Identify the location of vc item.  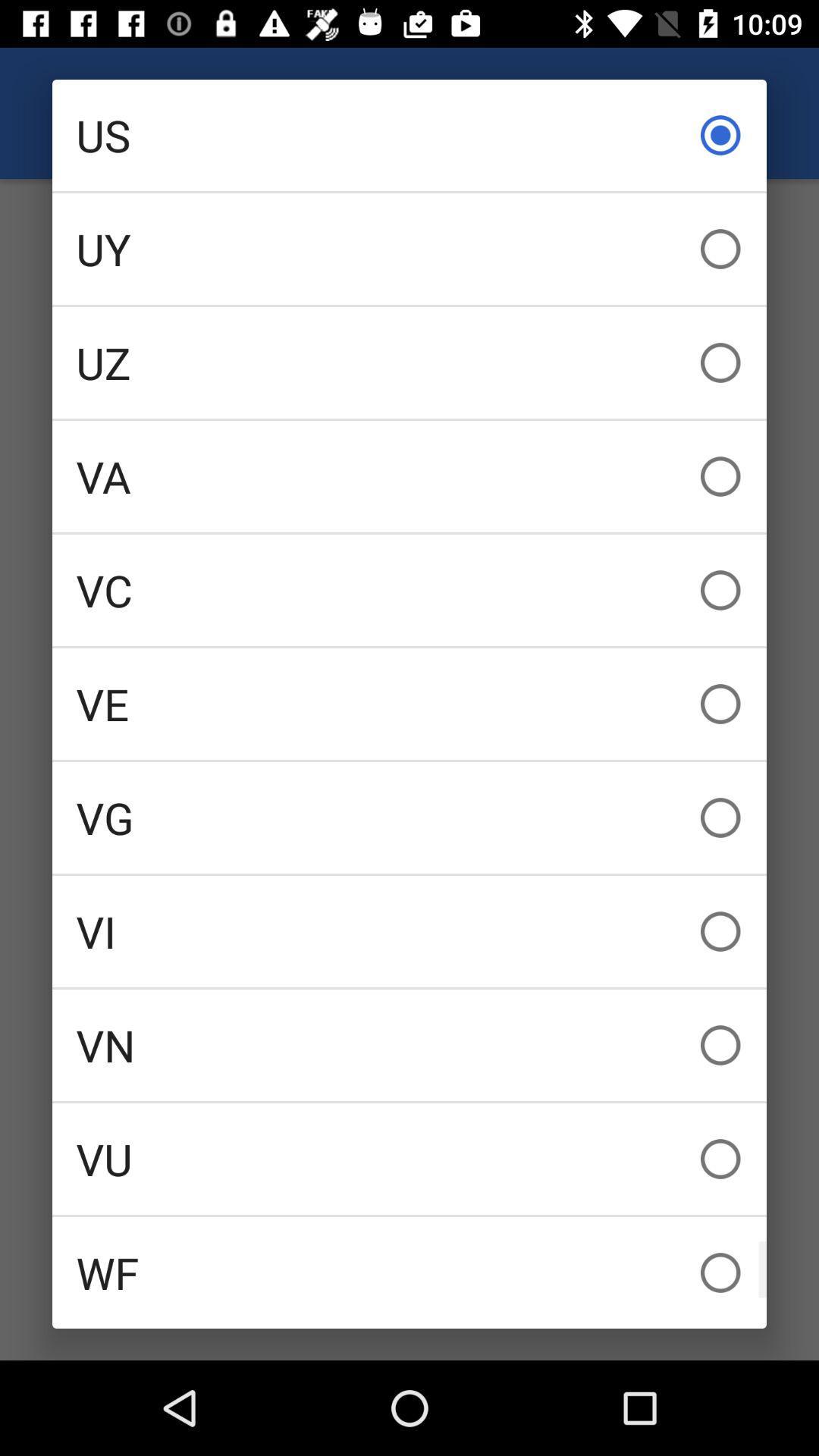
(409, 589).